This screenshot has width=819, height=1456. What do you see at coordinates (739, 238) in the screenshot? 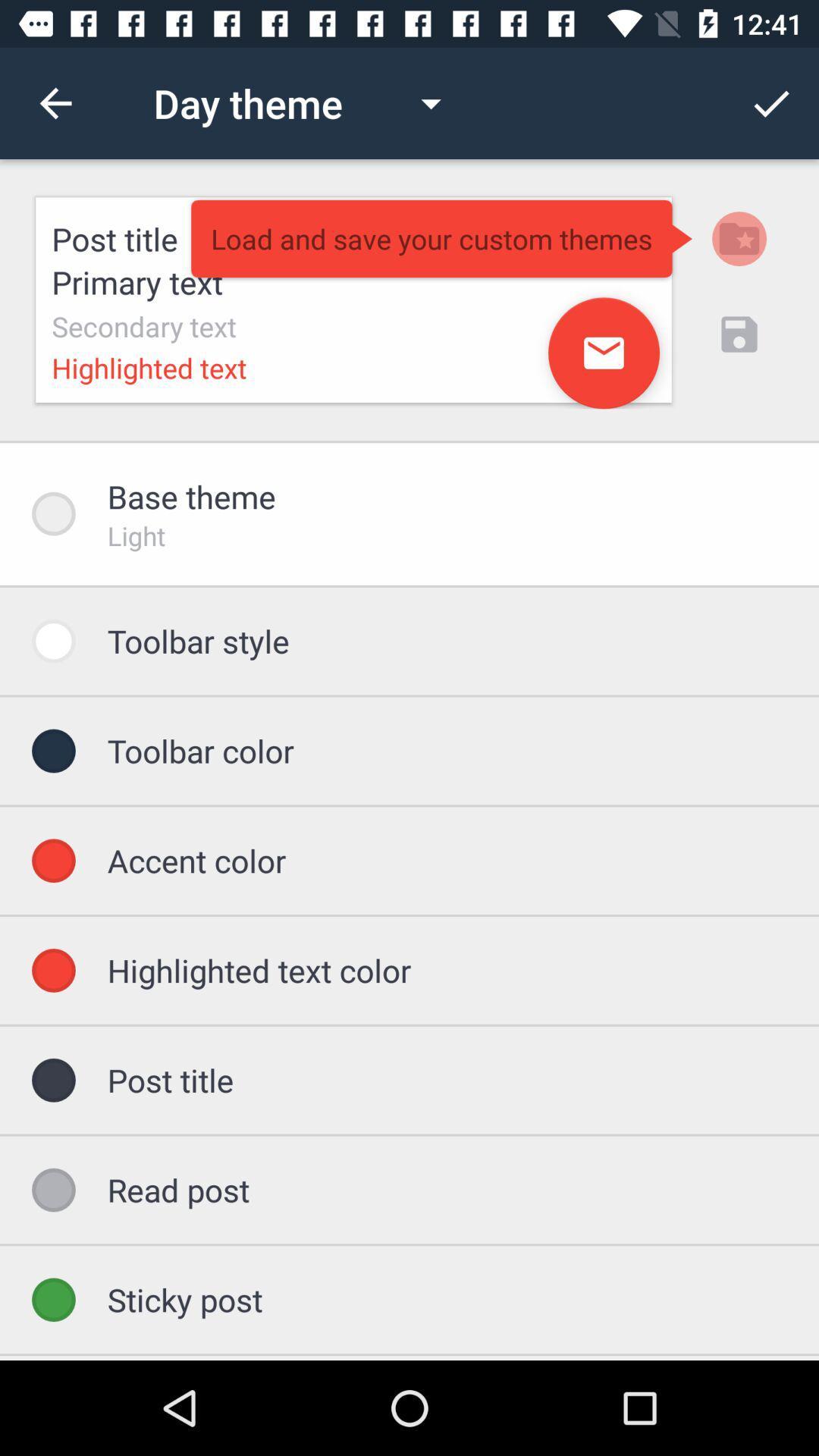
I see `the folder icon on the web page` at bounding box center [739, 238].